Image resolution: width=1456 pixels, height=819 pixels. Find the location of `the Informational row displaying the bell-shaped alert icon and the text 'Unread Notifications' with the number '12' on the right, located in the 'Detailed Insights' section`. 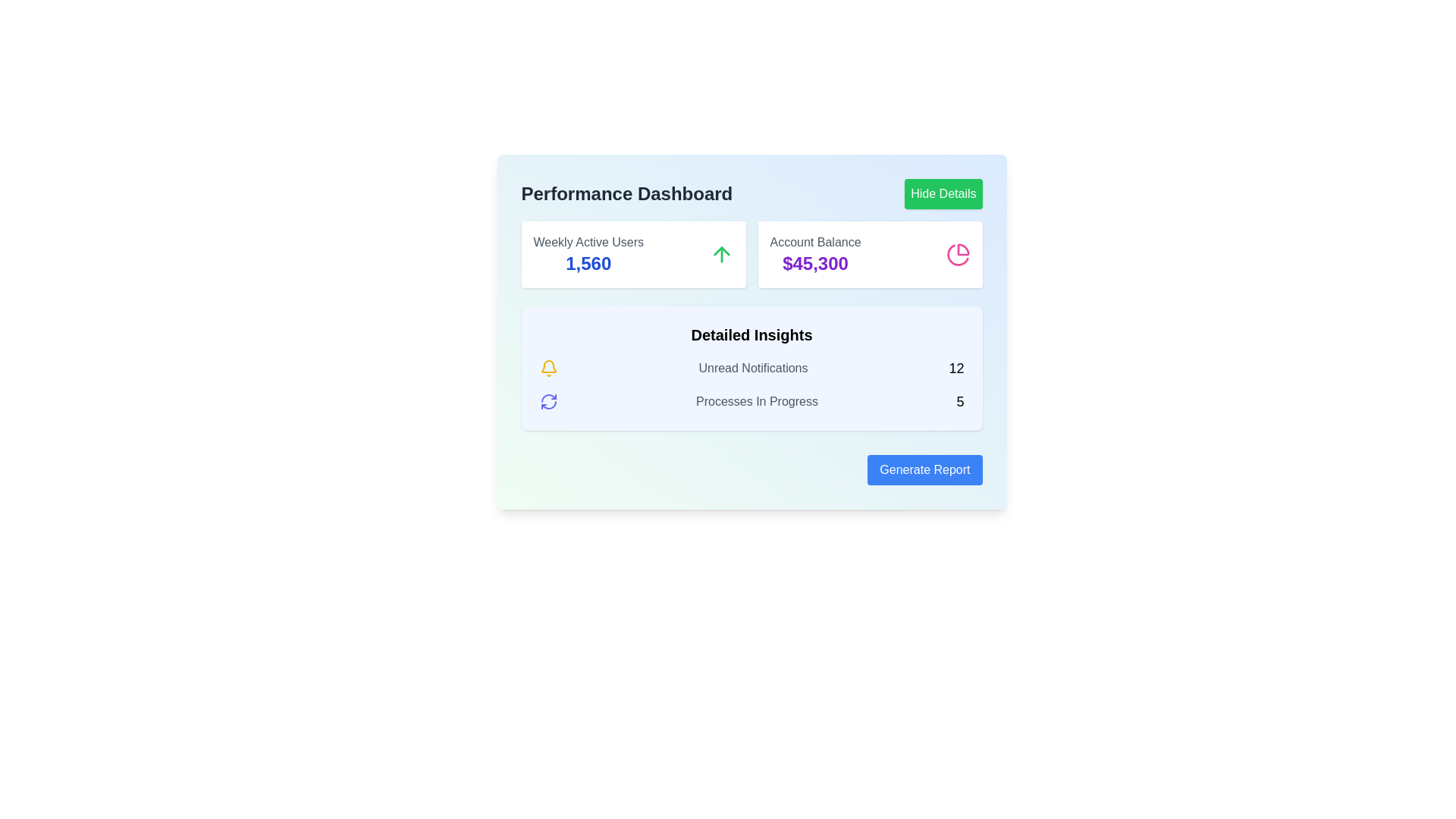

the Informational row displaying the bell-shaped alert icon and the text 'Unread Notifications' with the number '12' on the right, located in the 'Detailed Insights' section is located at coordinates (752, 369).